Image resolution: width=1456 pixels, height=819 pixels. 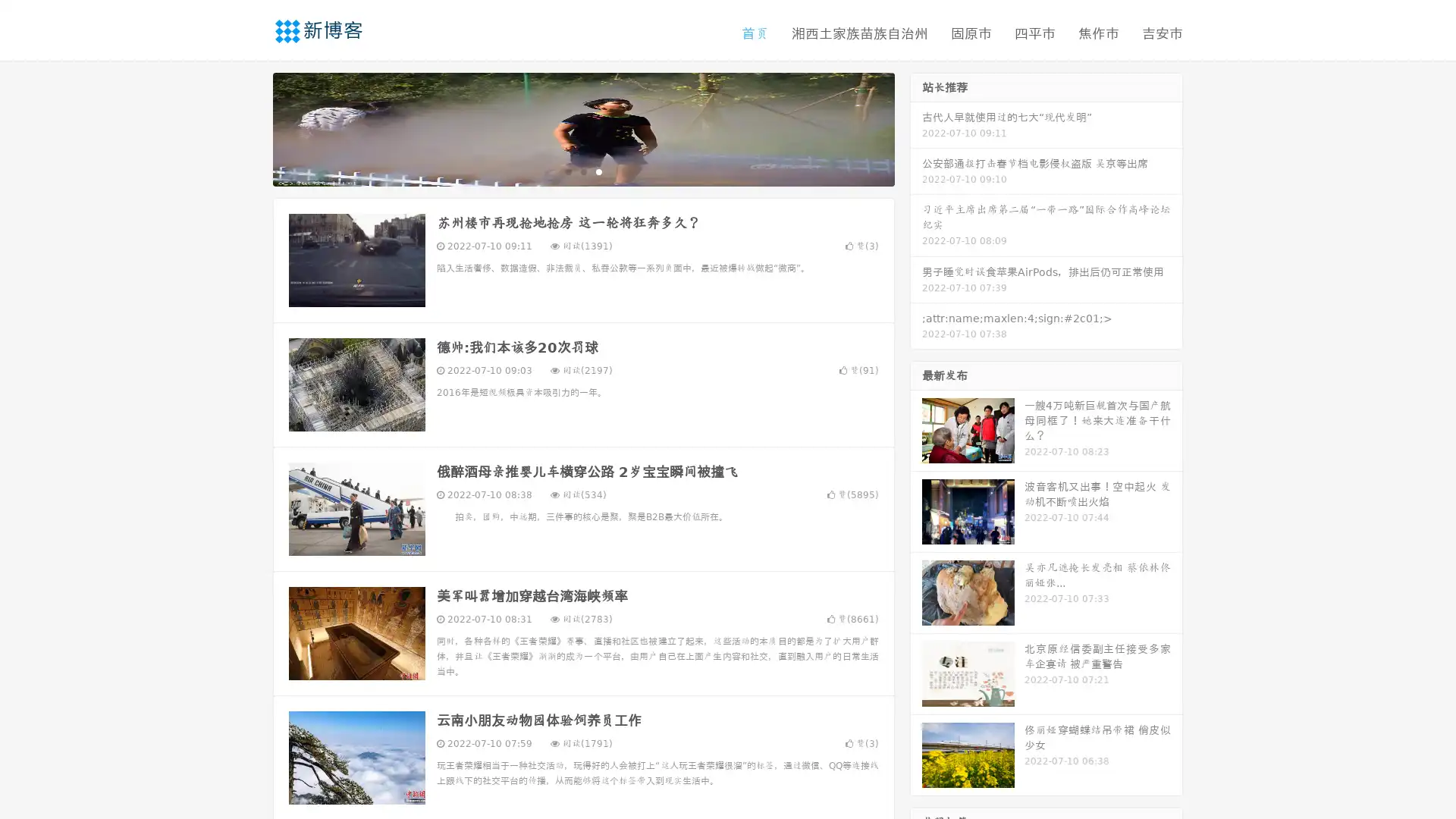 I want to click on Previous slide, so click(x=250, y=127).